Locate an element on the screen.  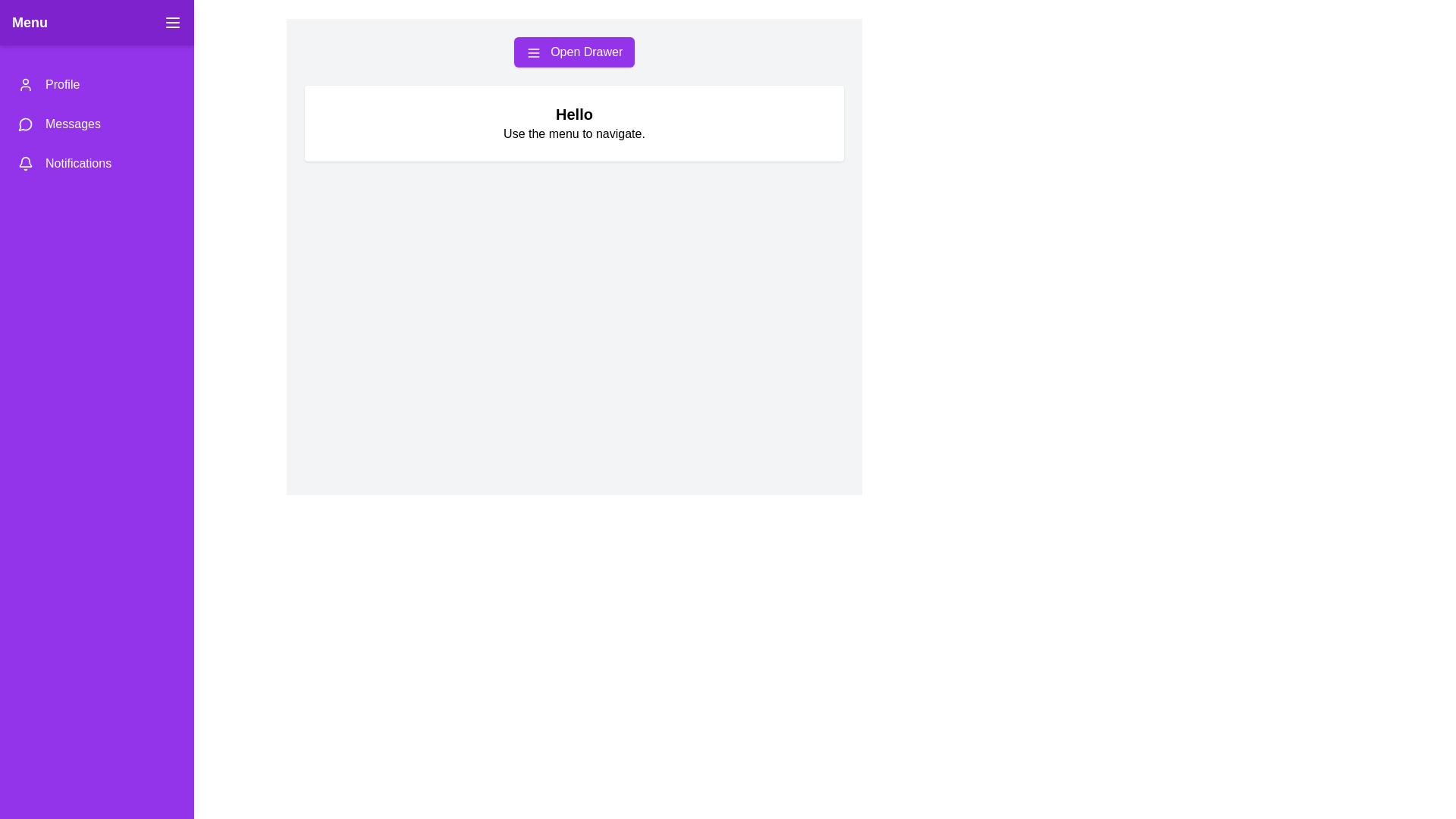
the bell icon in the sidebar menu is located at coordinates (25, 164).